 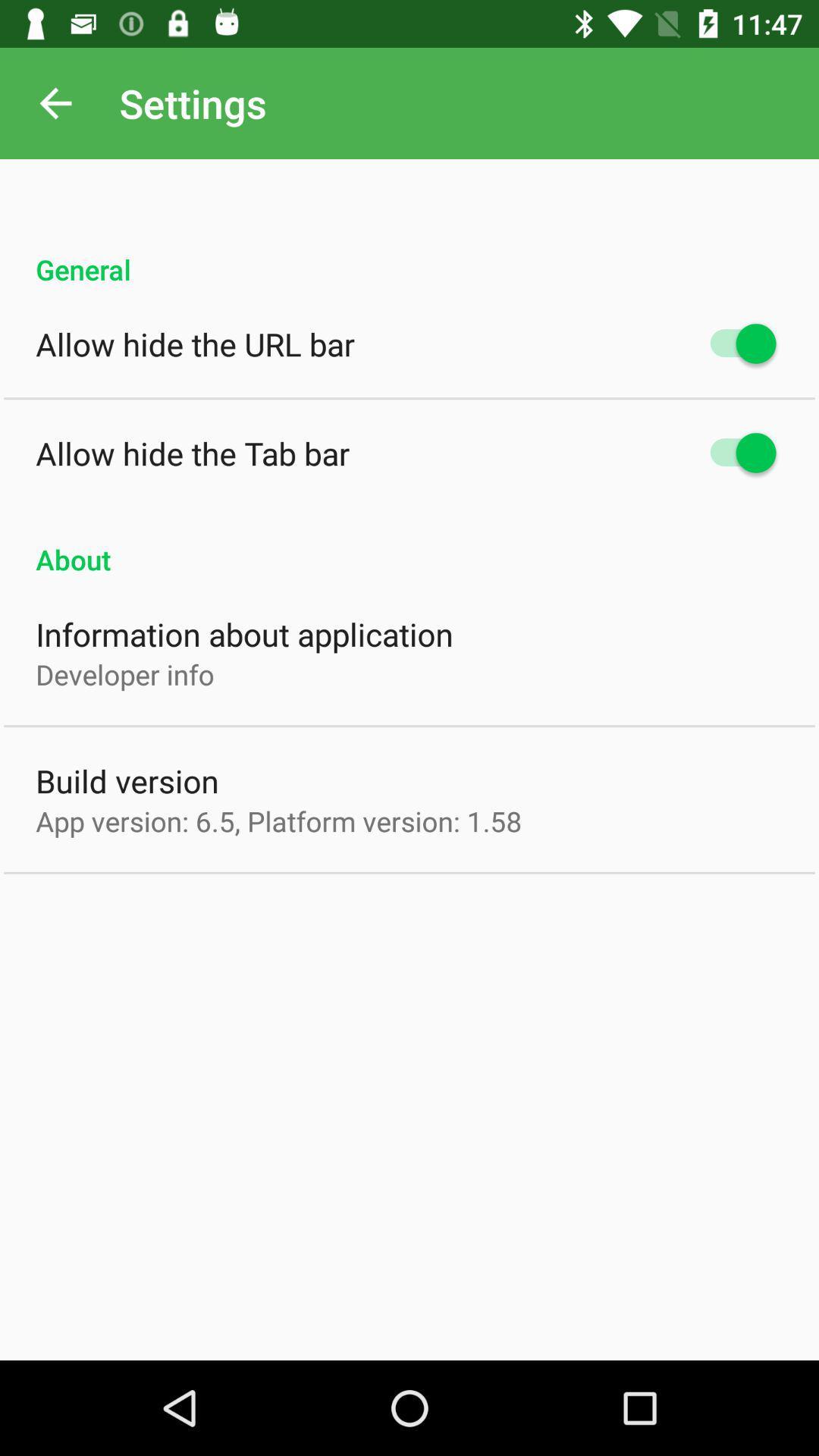 What do you see at coordinates (127, 780) in the screenshot?
I see `the build version icon` at bounding box center [127, 780].